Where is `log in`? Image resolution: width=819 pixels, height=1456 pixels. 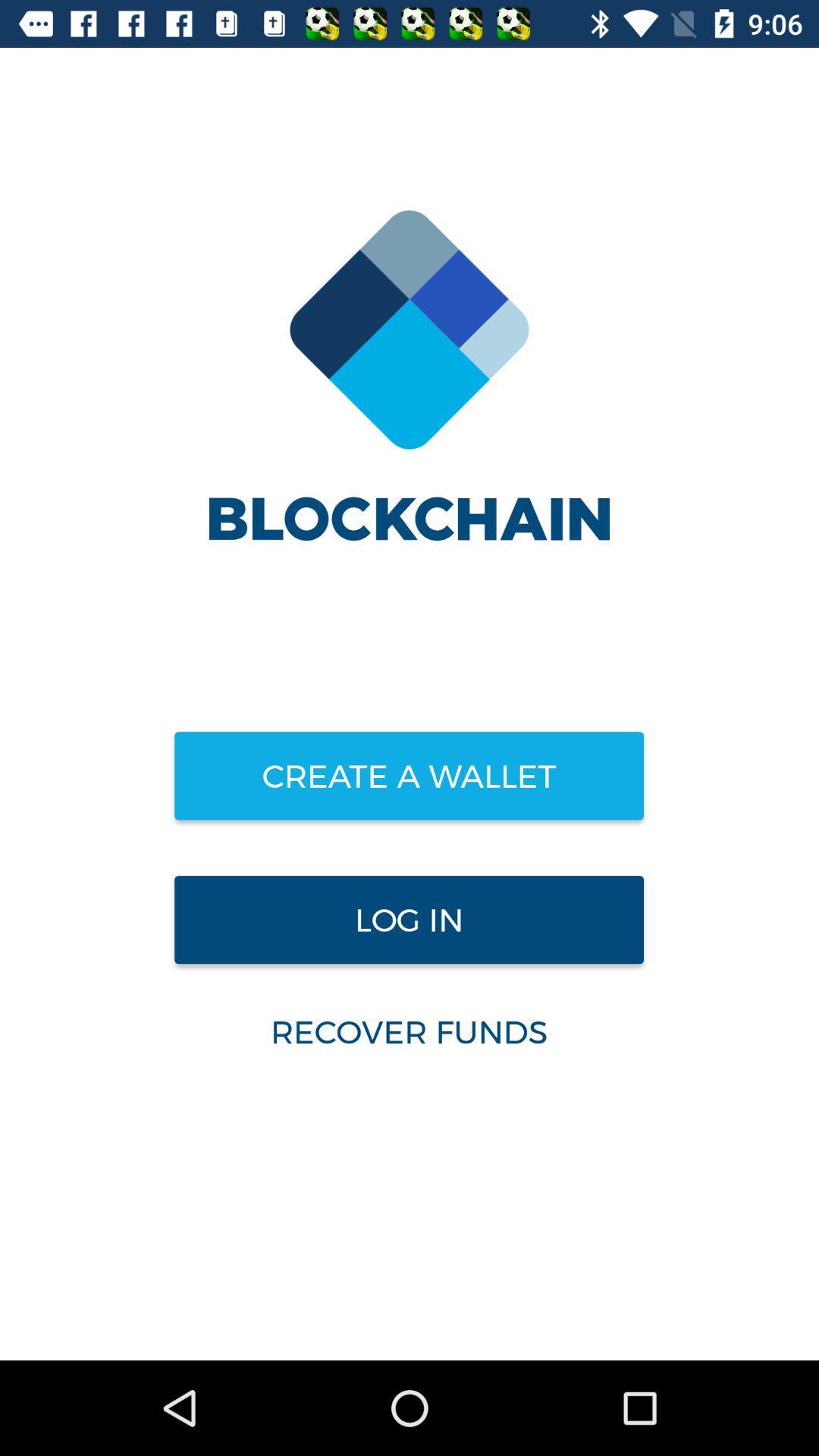 log in is located at coordinates (408, 919).